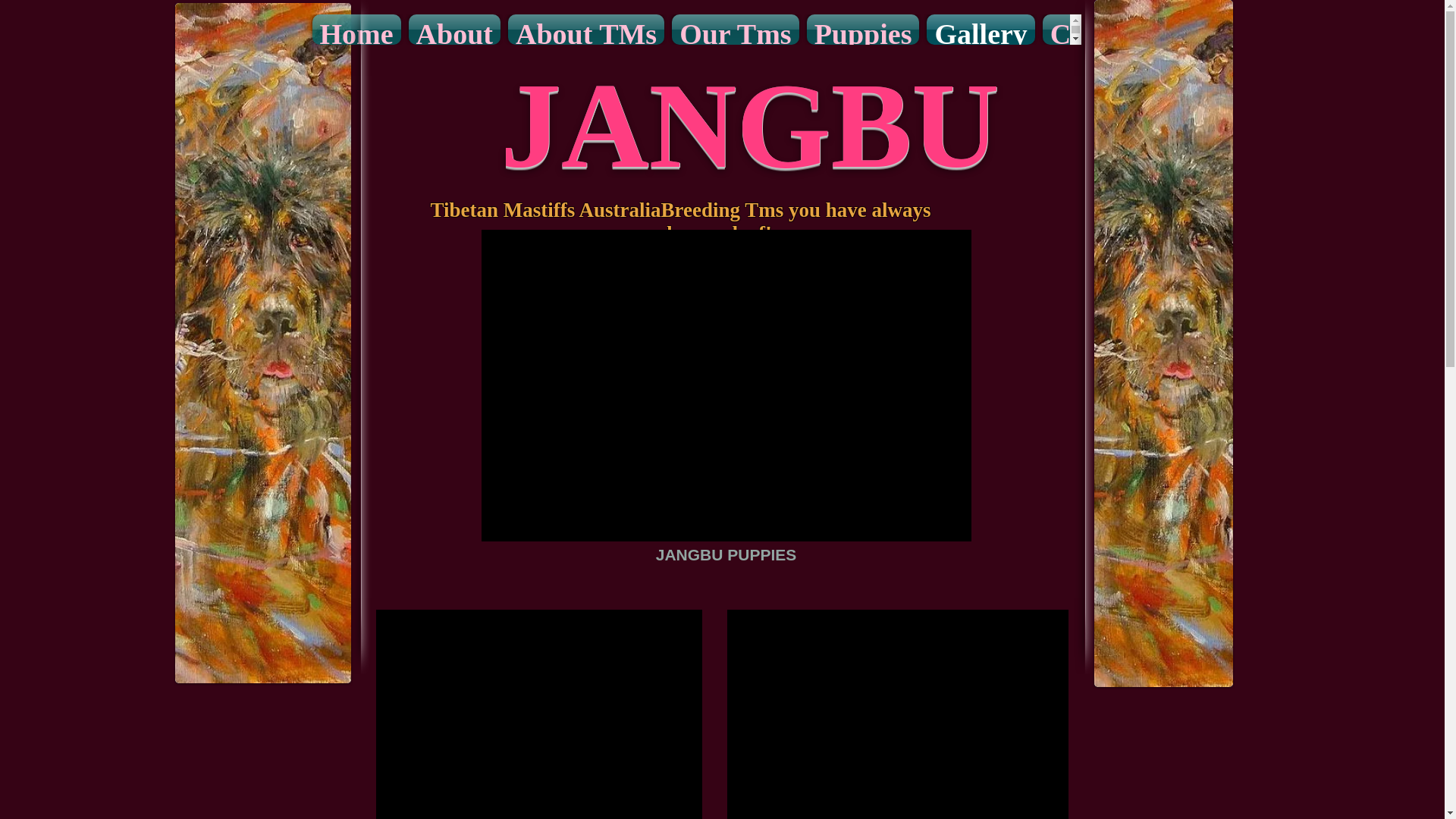 Image resolution: width=1456 pixels, height=819 pixels. Describe the element at coordinates (863, 29) in the screenshot. I see `'Puppies'` at that location.